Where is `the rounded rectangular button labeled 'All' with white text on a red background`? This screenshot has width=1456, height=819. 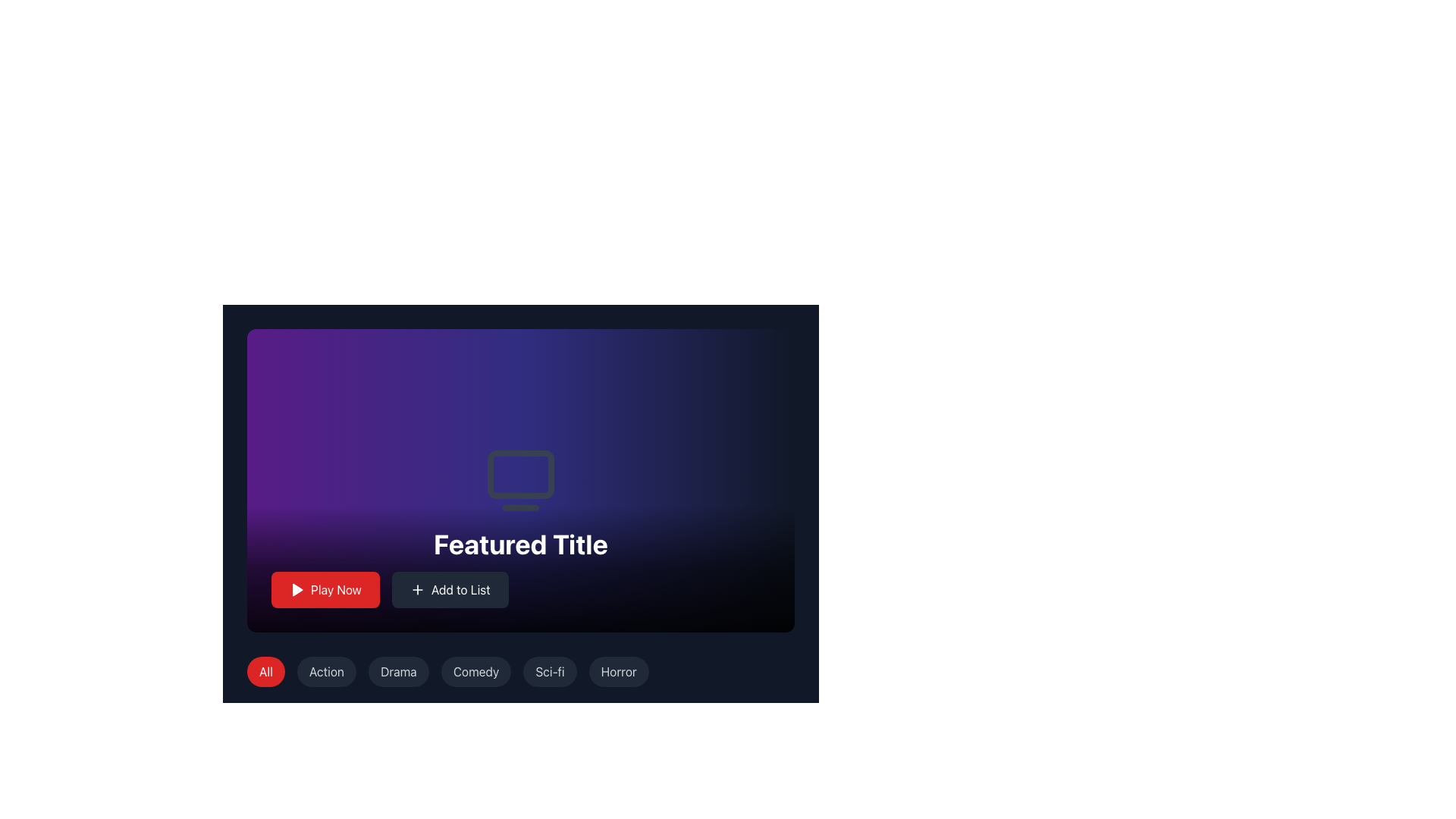
the rounded rectangular button labeled 'All' with white text on a red background is located at coordinates (265, 671).